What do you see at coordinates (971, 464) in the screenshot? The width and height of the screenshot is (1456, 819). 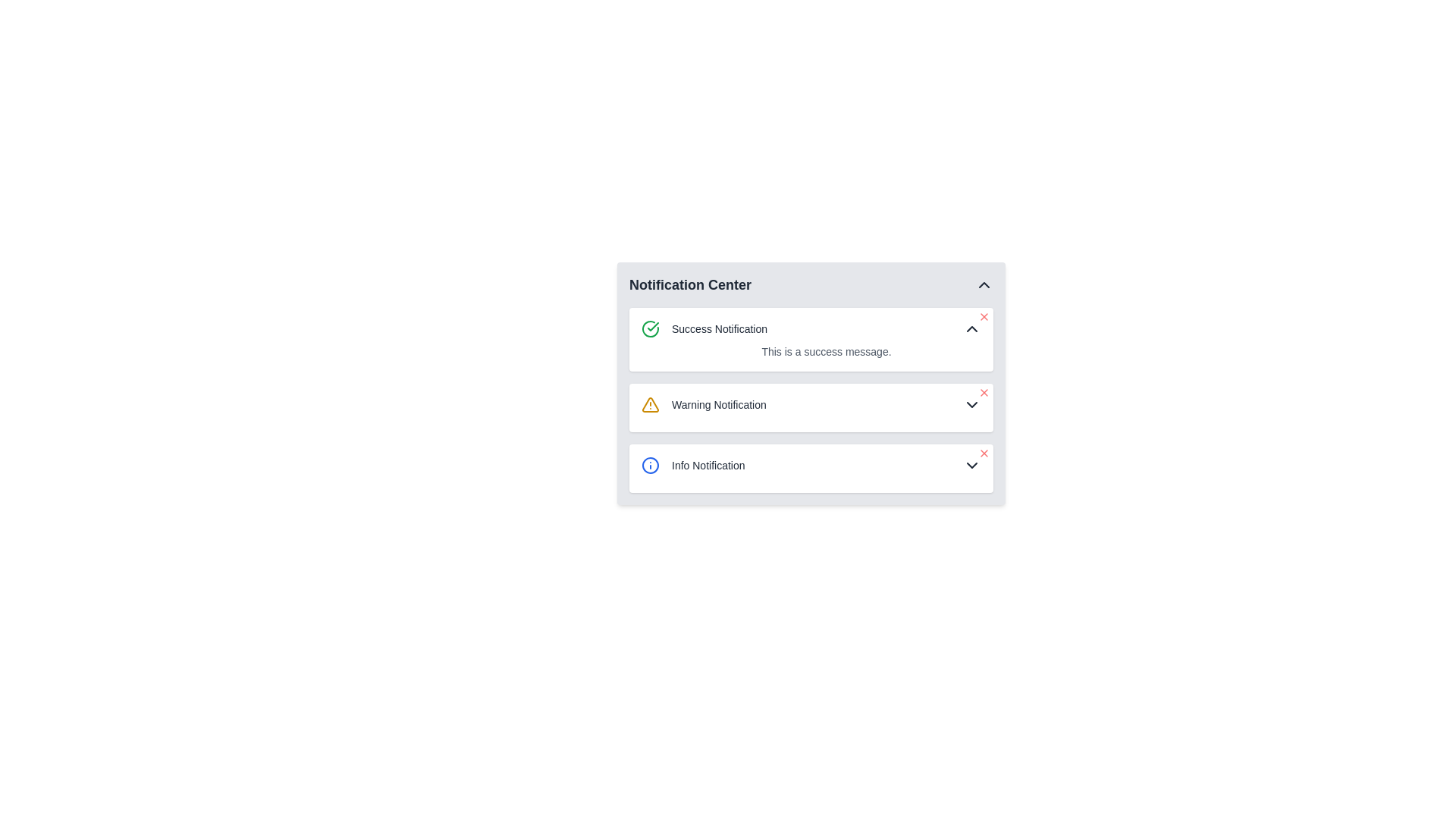 I see `the downward-facing chevron icon, which is styled with a stroke of 'currentColor' and signifies a dropdown or expandable menu` at bounding box center [971, 464].